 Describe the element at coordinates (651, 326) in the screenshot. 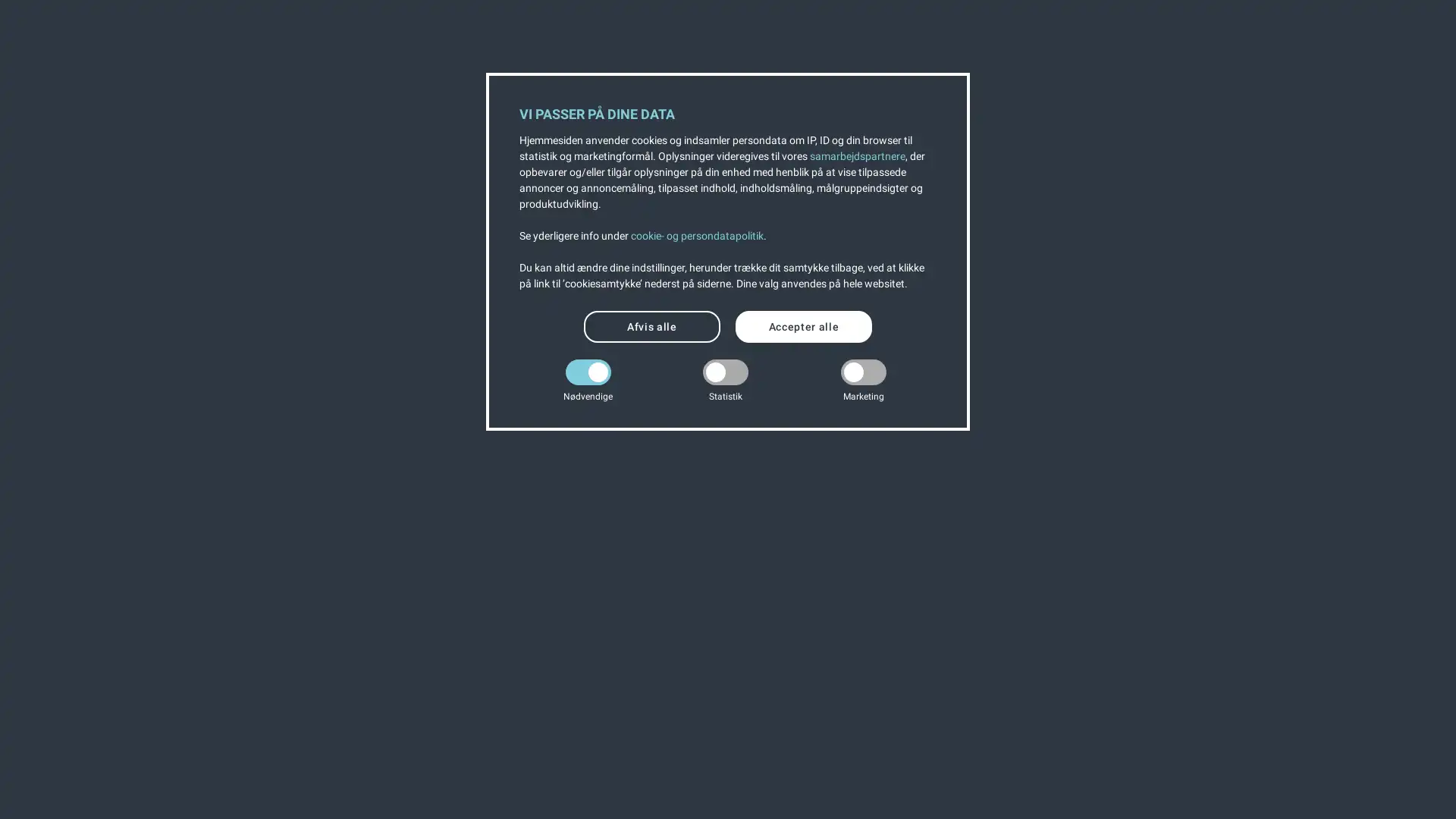

I see `Afvis alle` at that location.